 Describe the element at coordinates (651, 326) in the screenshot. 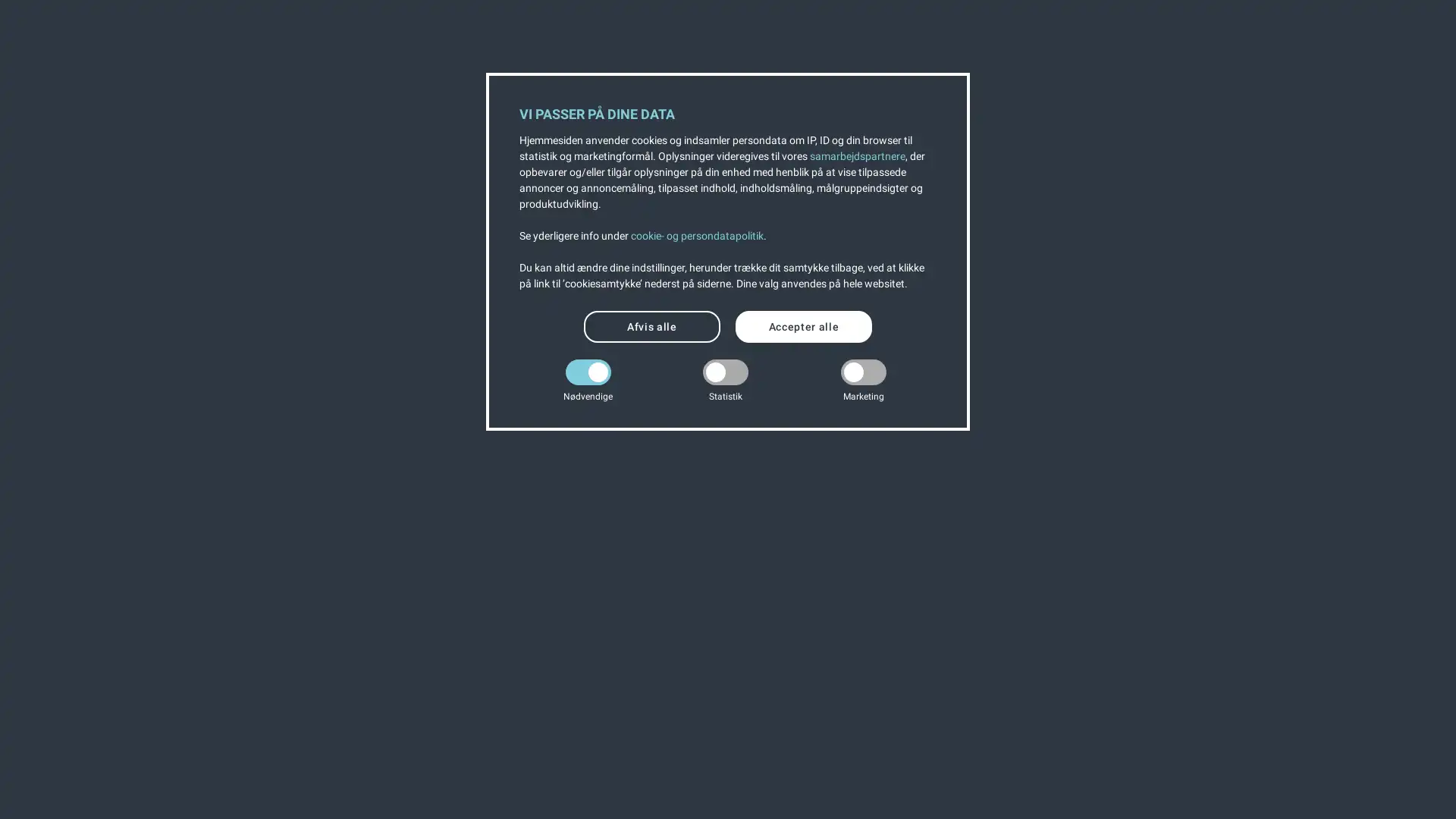

I see `Afvis alle` at that location.